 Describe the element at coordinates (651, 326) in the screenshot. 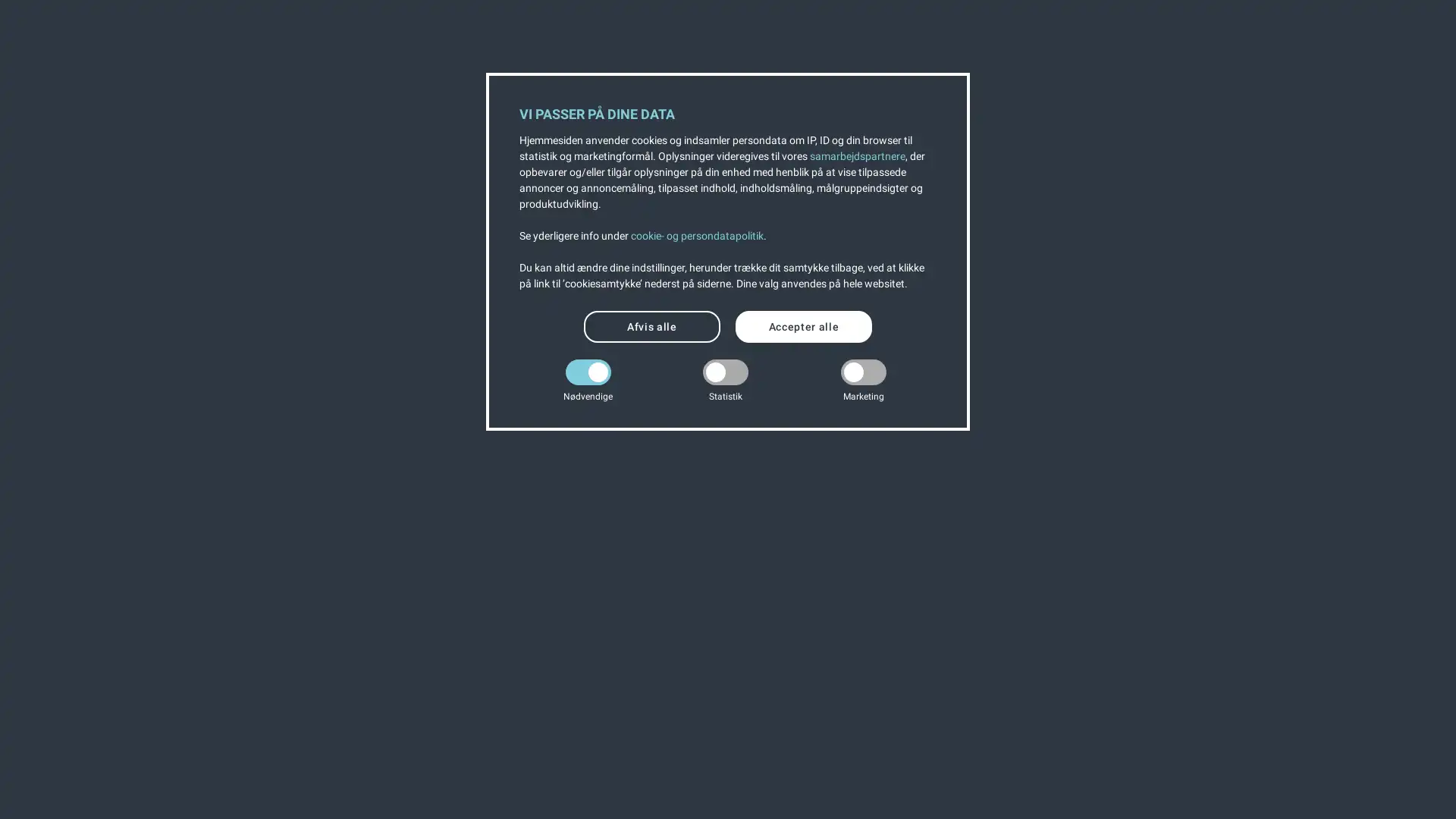

I see `Afvis alle` at that location.